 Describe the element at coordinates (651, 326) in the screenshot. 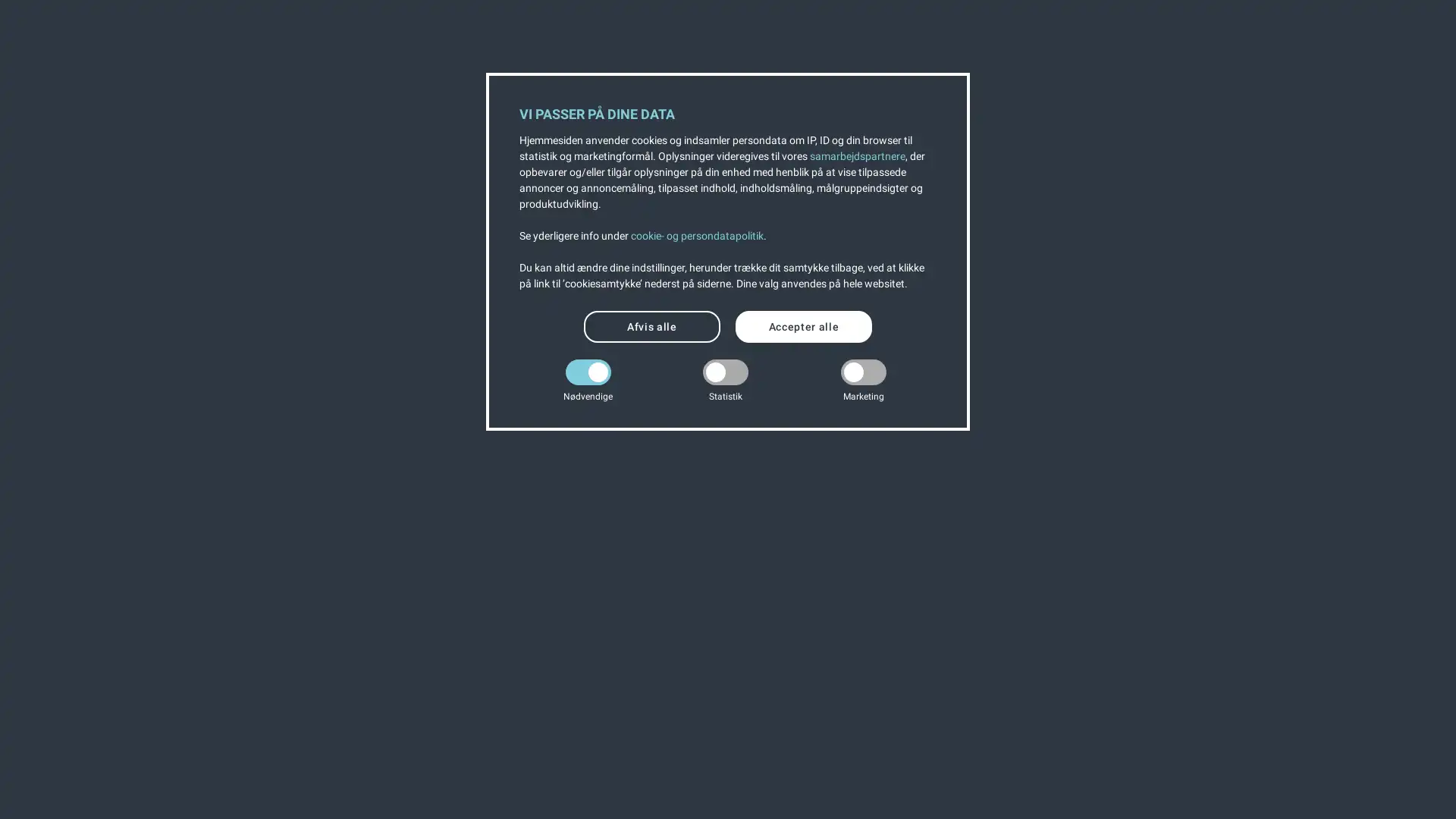

I see `Afvis alle` at that location.